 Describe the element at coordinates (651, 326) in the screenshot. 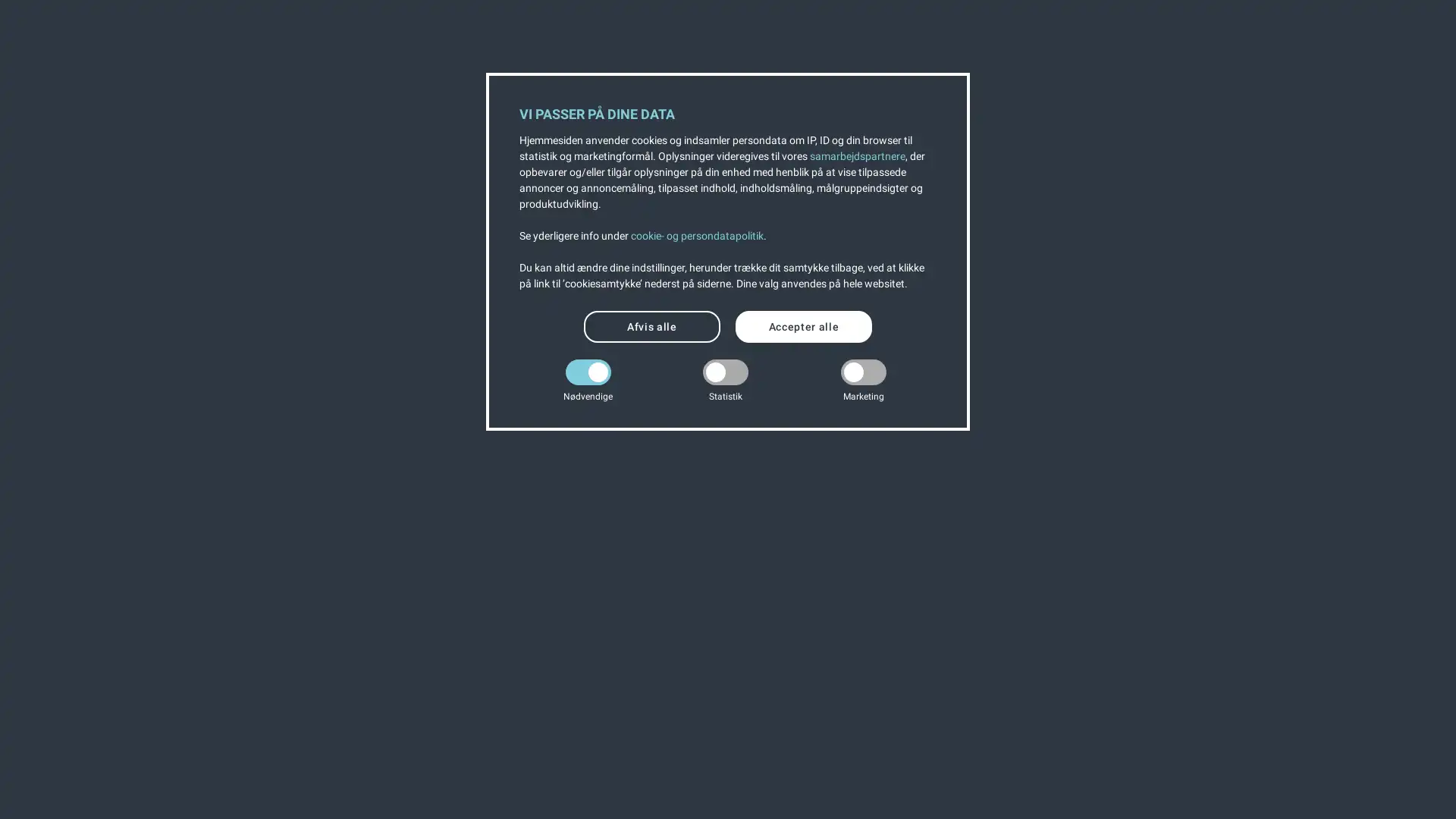

I see `Afvis alle` at that location.